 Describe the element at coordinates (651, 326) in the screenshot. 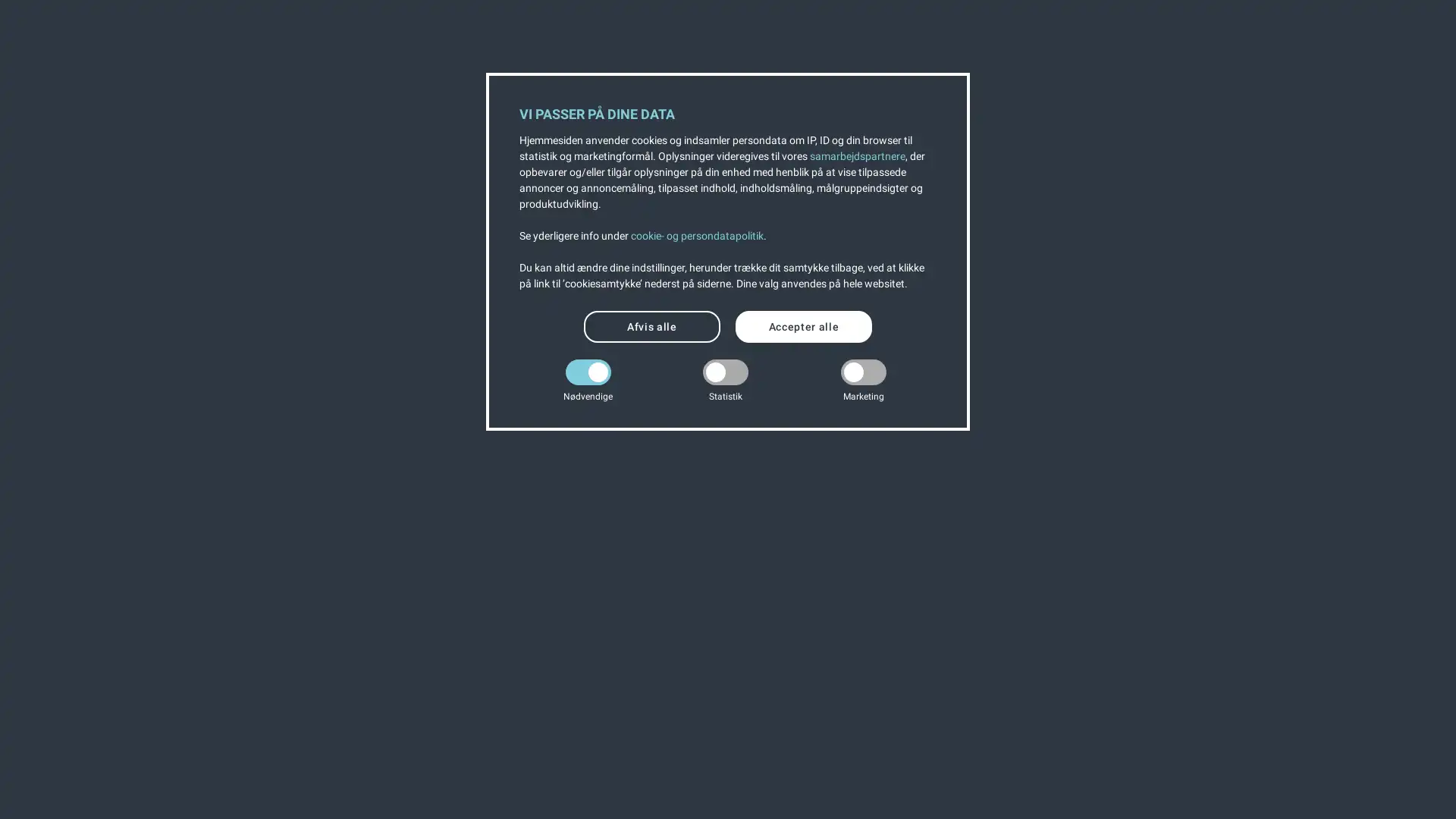

I see `Afvis alle` at that location.